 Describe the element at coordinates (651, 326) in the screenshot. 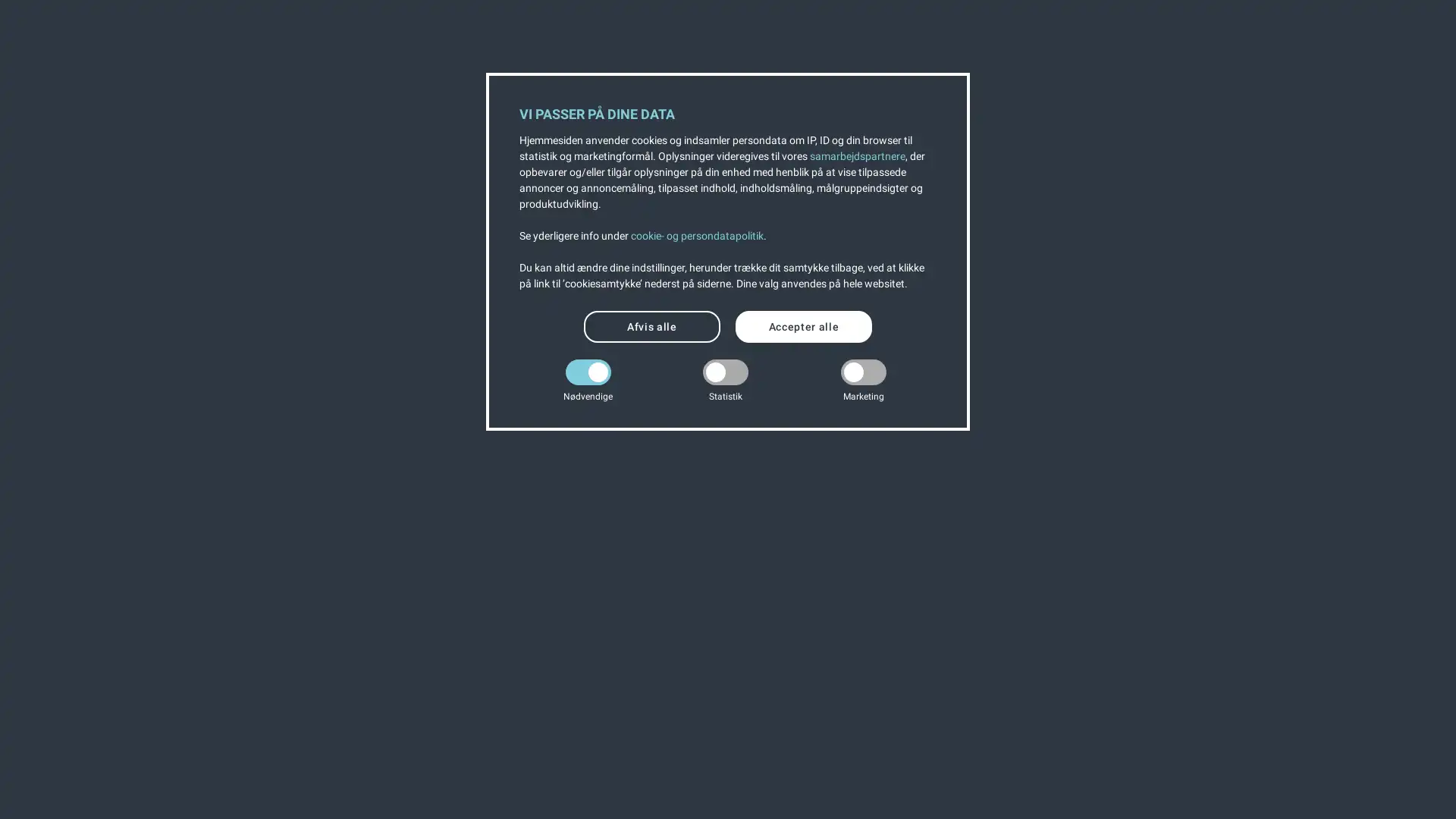

I see `Afvis alle` at that location.